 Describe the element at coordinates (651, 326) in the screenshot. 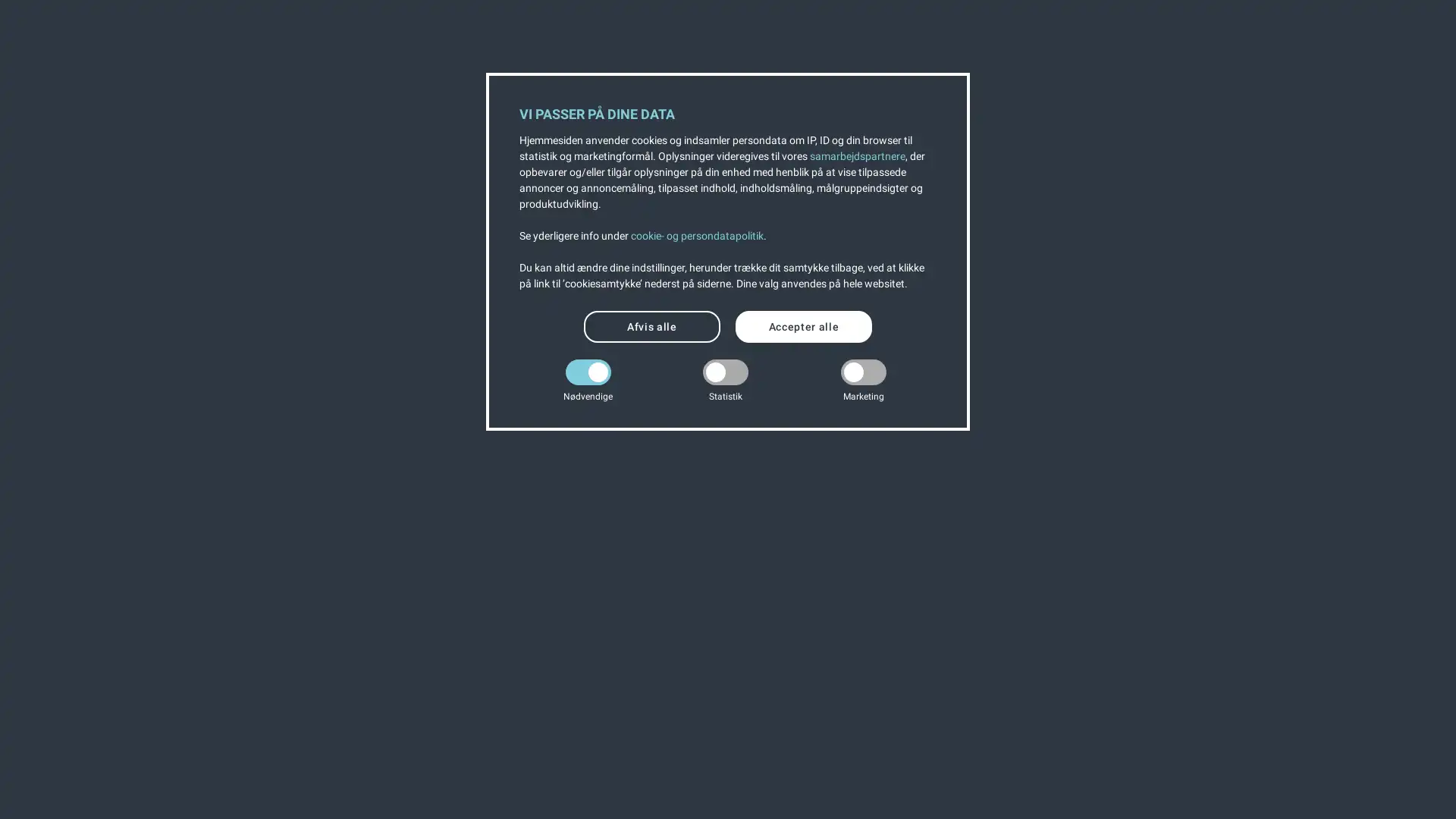

I see `Afvis alle` at that location.